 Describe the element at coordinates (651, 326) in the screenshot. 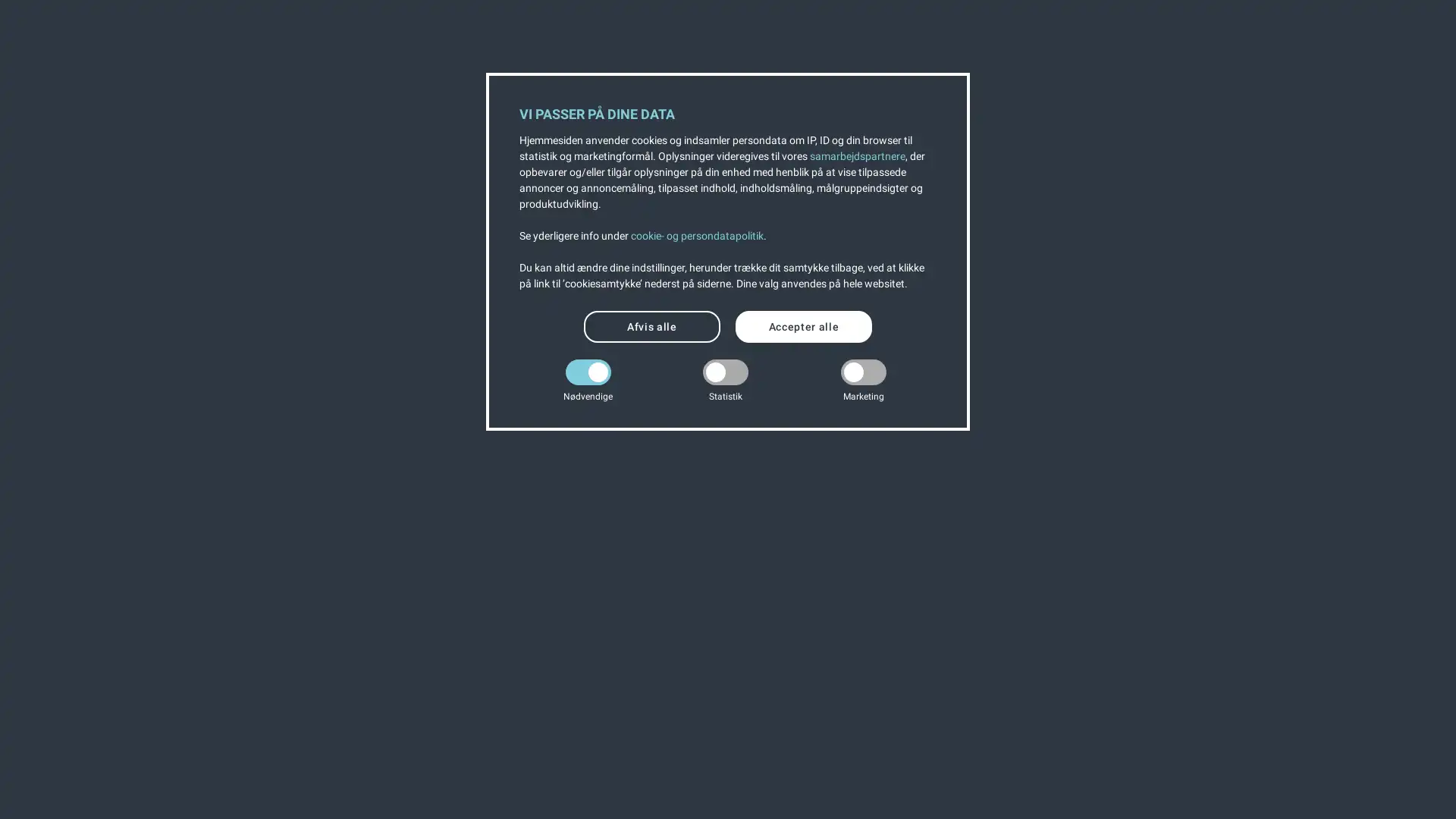

I see `Afvis alle` at that location.